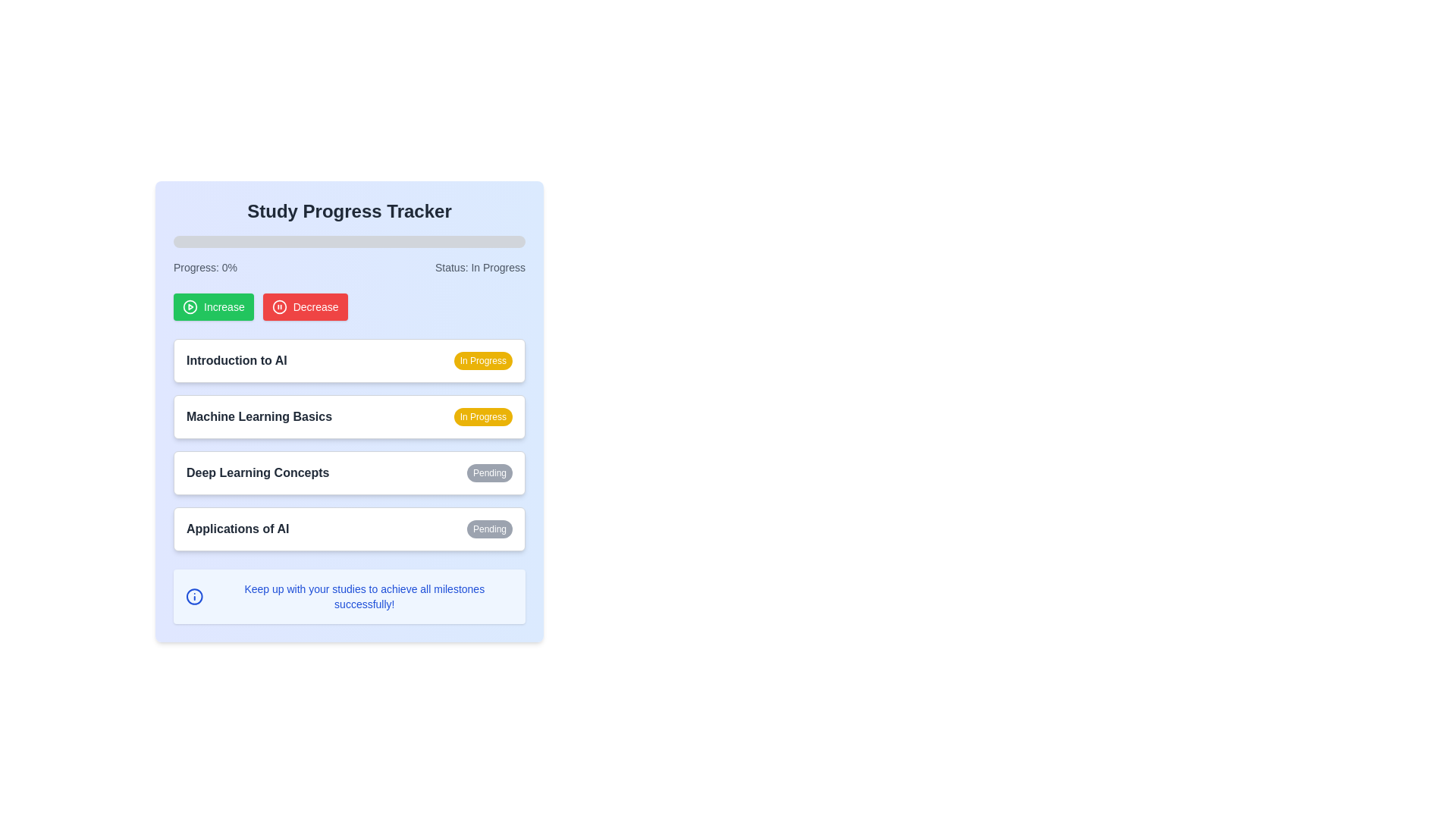 The width and height of the screenshot is (1456, 819). What do you see at coordinates (193, 595) in the screenshot?
I see `the outer circular stroke of the motivational icon located at the bottom-center part of the application interface` at bounding box center [193, 595].